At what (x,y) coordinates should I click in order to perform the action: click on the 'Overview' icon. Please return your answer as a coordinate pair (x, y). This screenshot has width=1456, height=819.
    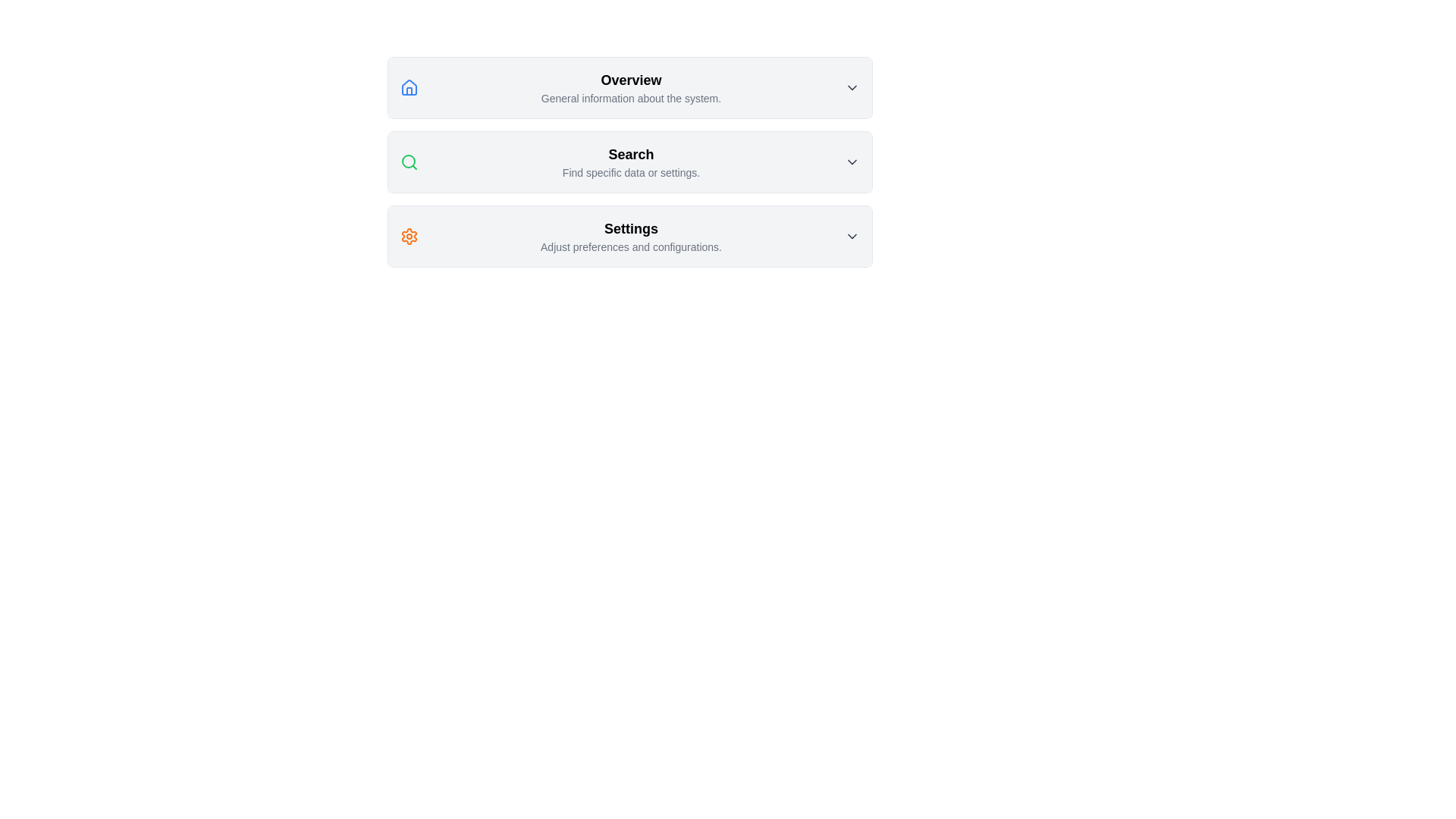
    Looking at the image, I should click on (409, 87).